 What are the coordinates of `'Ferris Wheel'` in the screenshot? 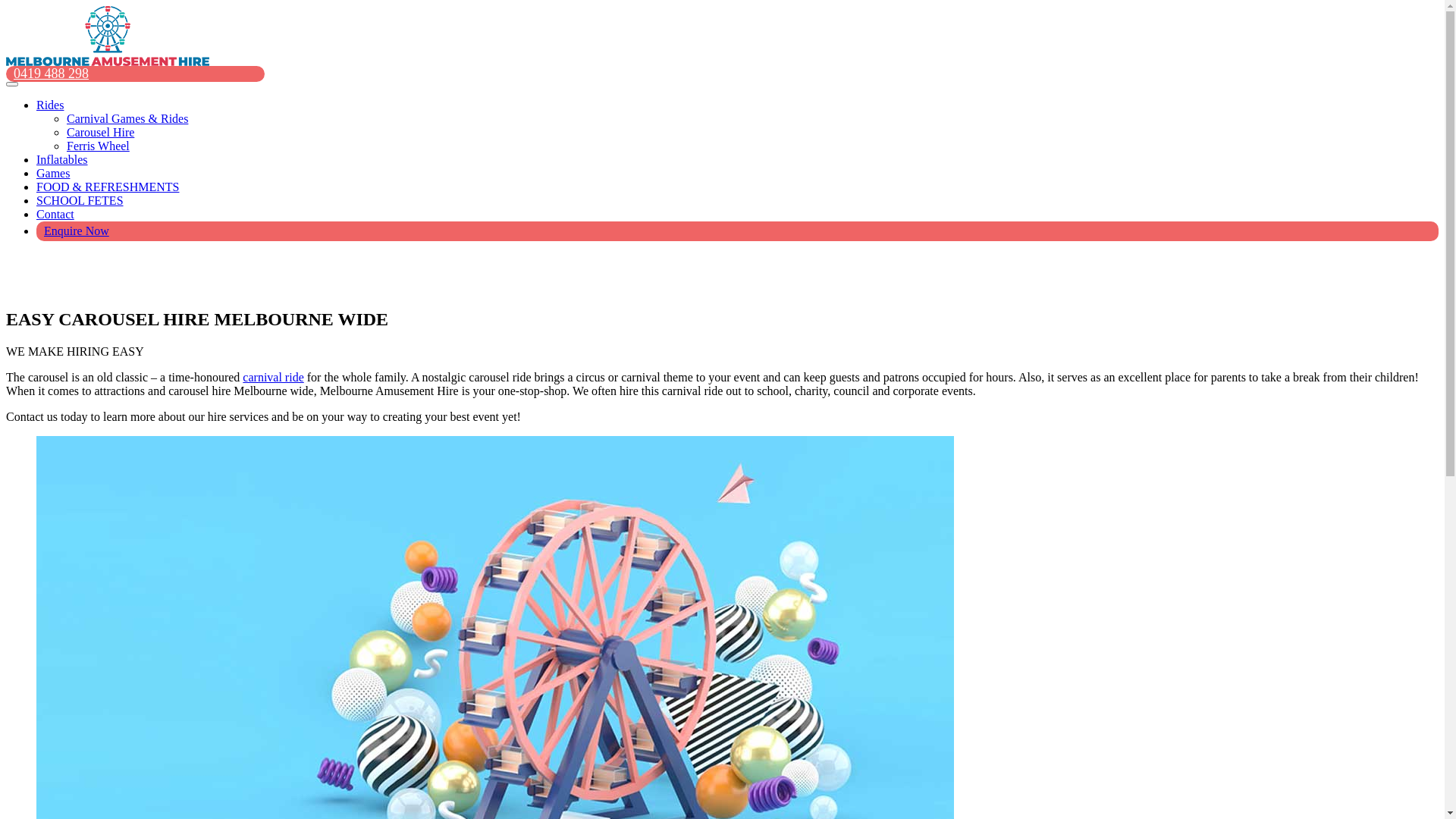 It's located at (65, 146).